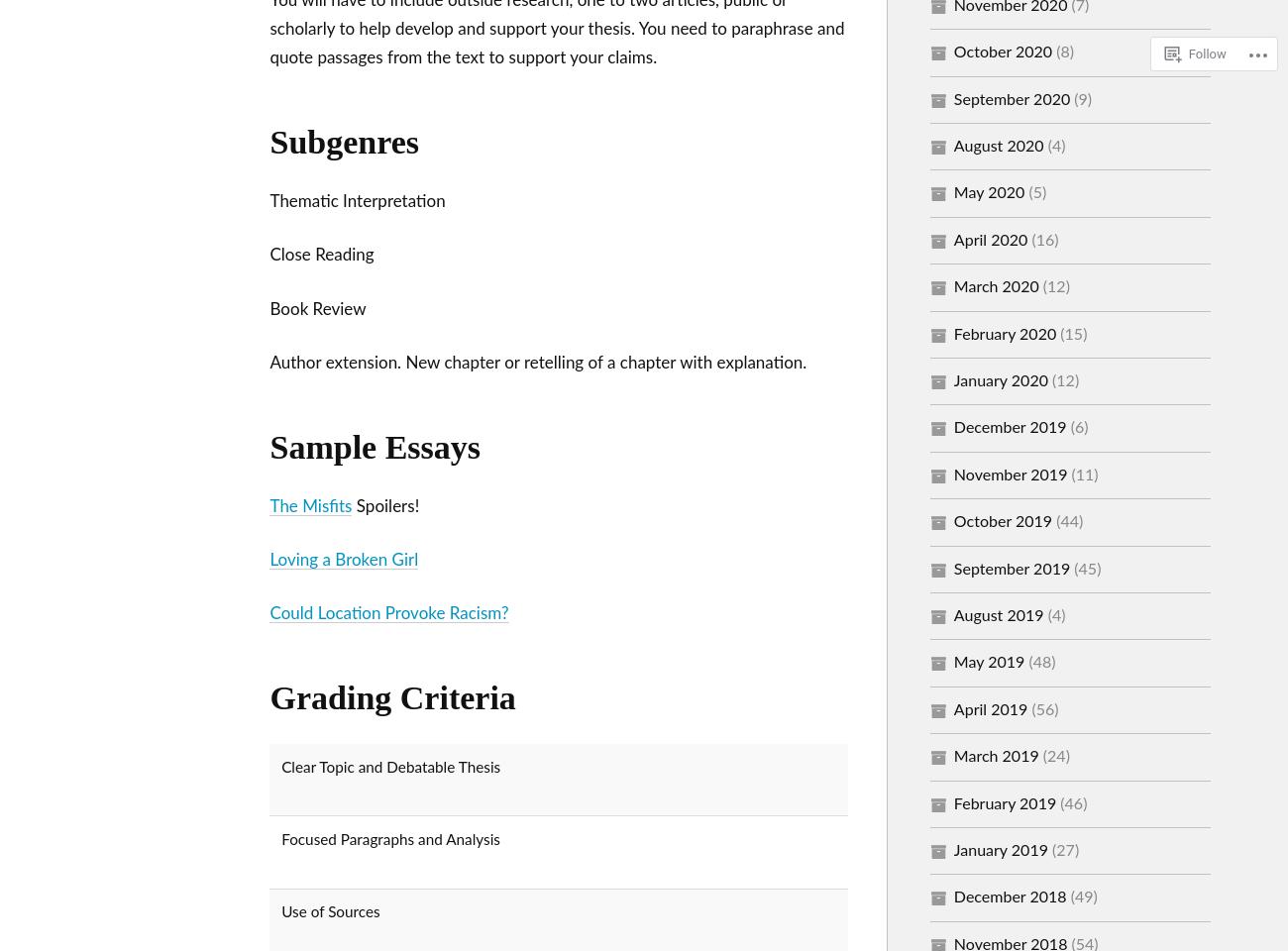 This screenshot has height=951, width=1288. I want to click on 'November 2019', so click(1009, 475).